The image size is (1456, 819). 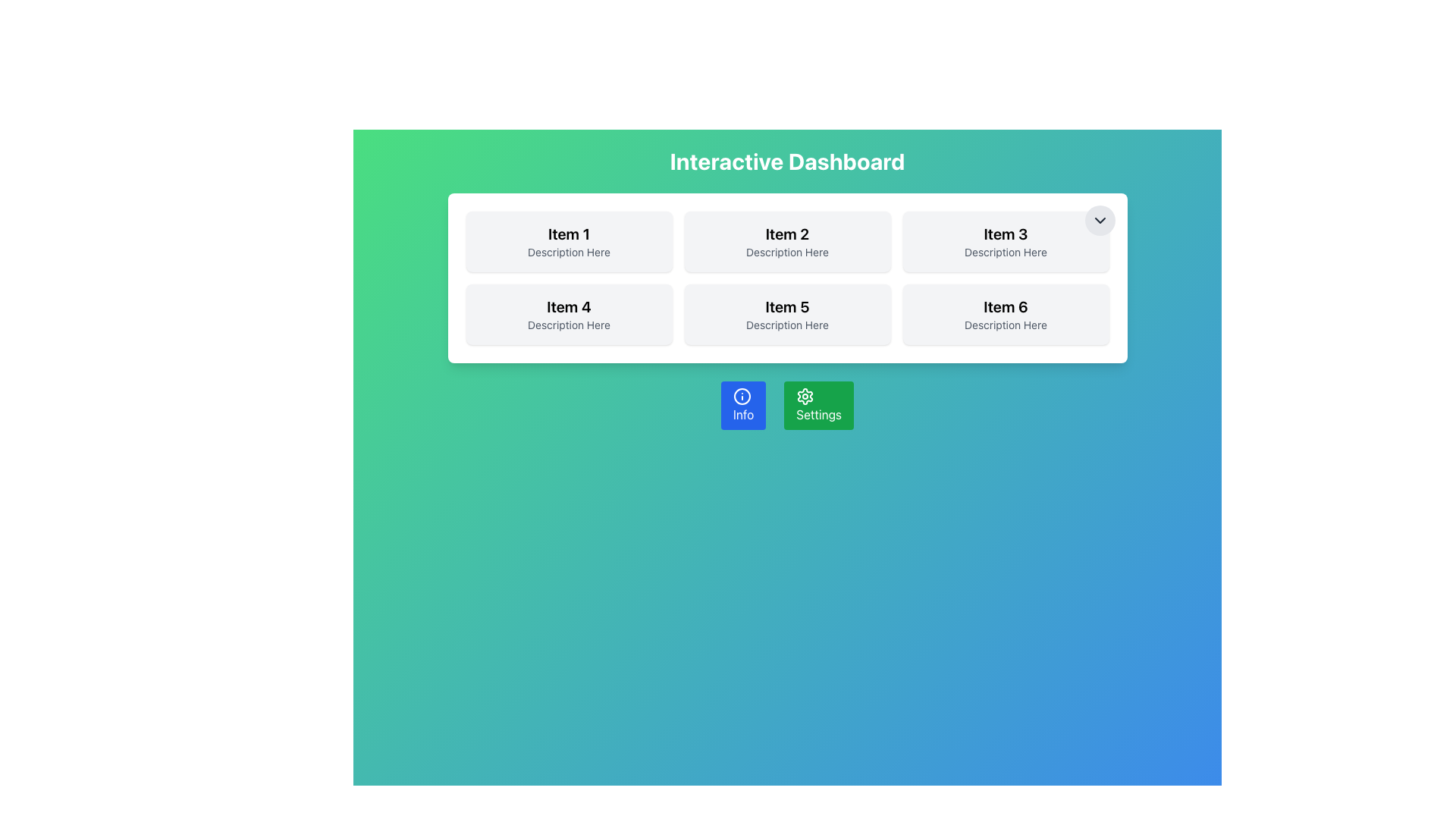 I want to click on the help button located to the left of the green 'Settings' button, so click(x=743, y=405).